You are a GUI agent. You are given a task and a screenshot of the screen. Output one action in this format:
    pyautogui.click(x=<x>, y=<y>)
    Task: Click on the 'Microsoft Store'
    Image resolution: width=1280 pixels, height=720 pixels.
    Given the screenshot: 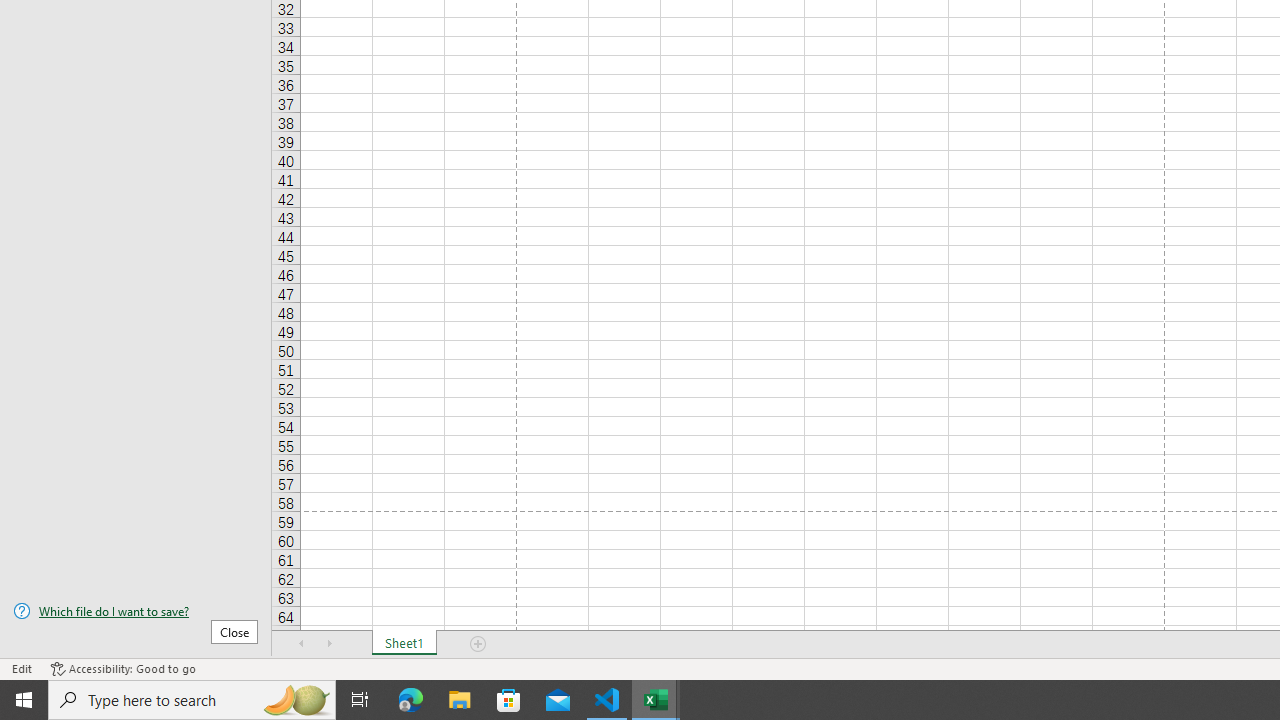 What is the action you would take?
    pyautogui.click(x=509, y=698)
    